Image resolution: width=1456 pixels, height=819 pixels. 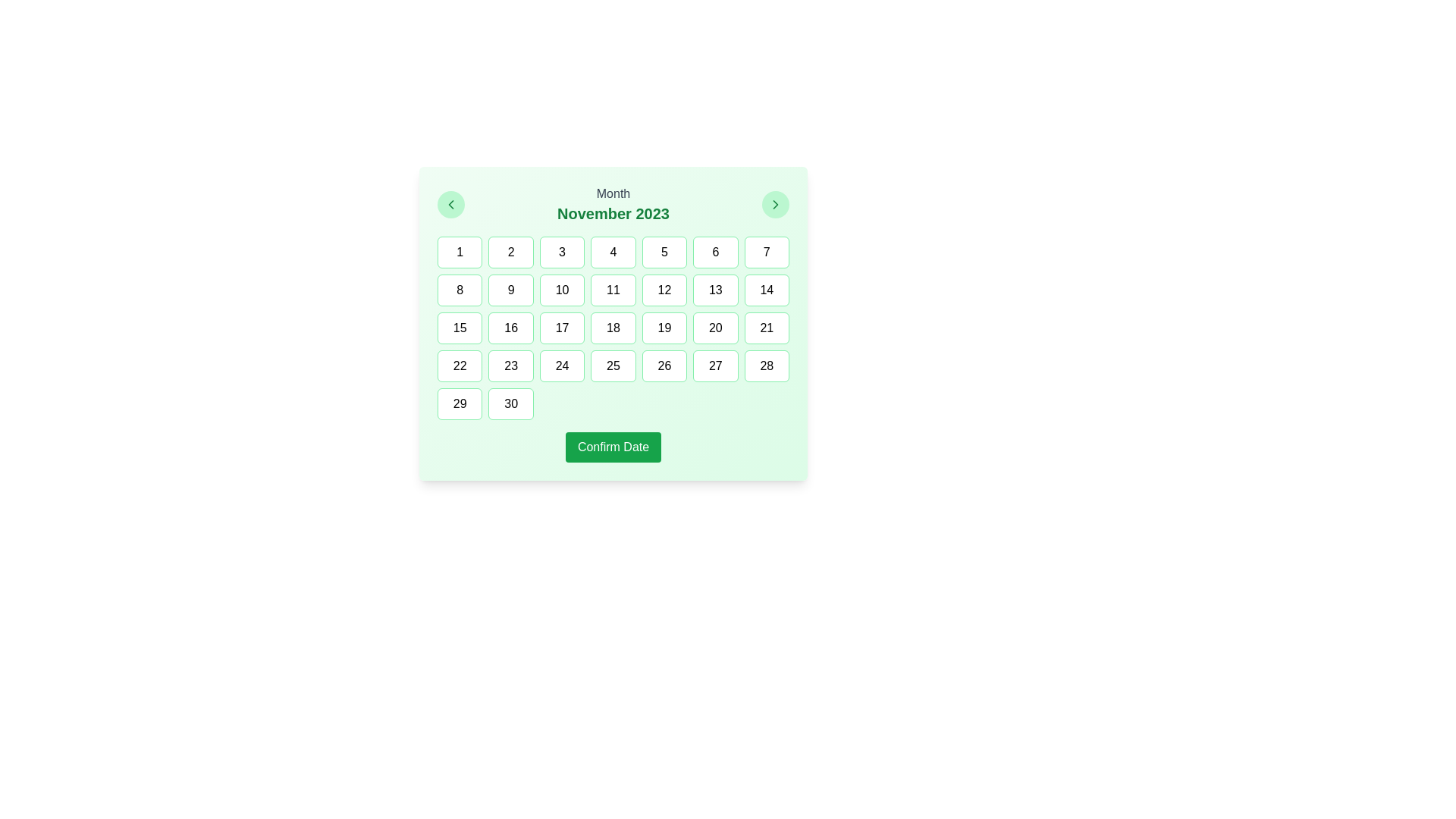 I want to click on the button representing the 3rd day in the calendar view, so click(x=561, y=251).